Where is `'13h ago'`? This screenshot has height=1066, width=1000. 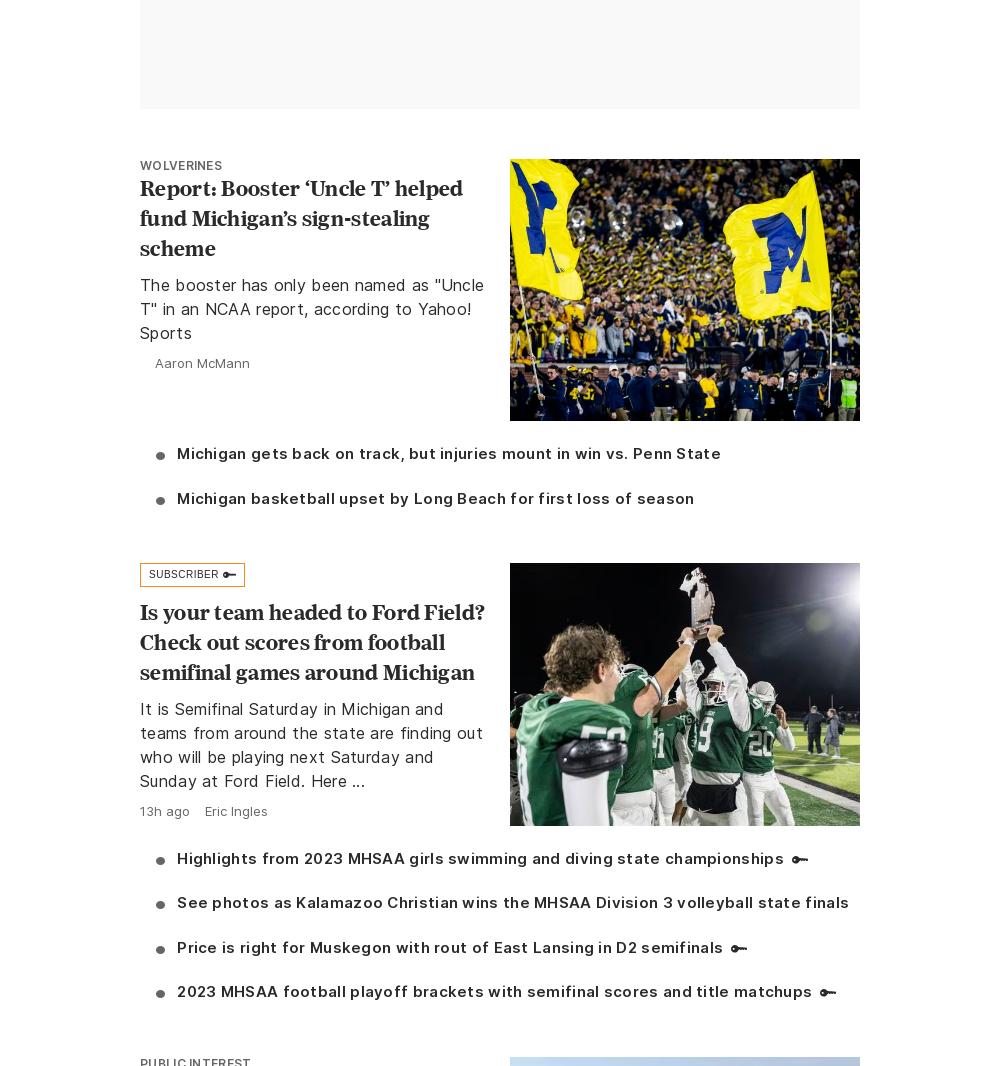
'13h ago' is located at coordinates (165, 811).